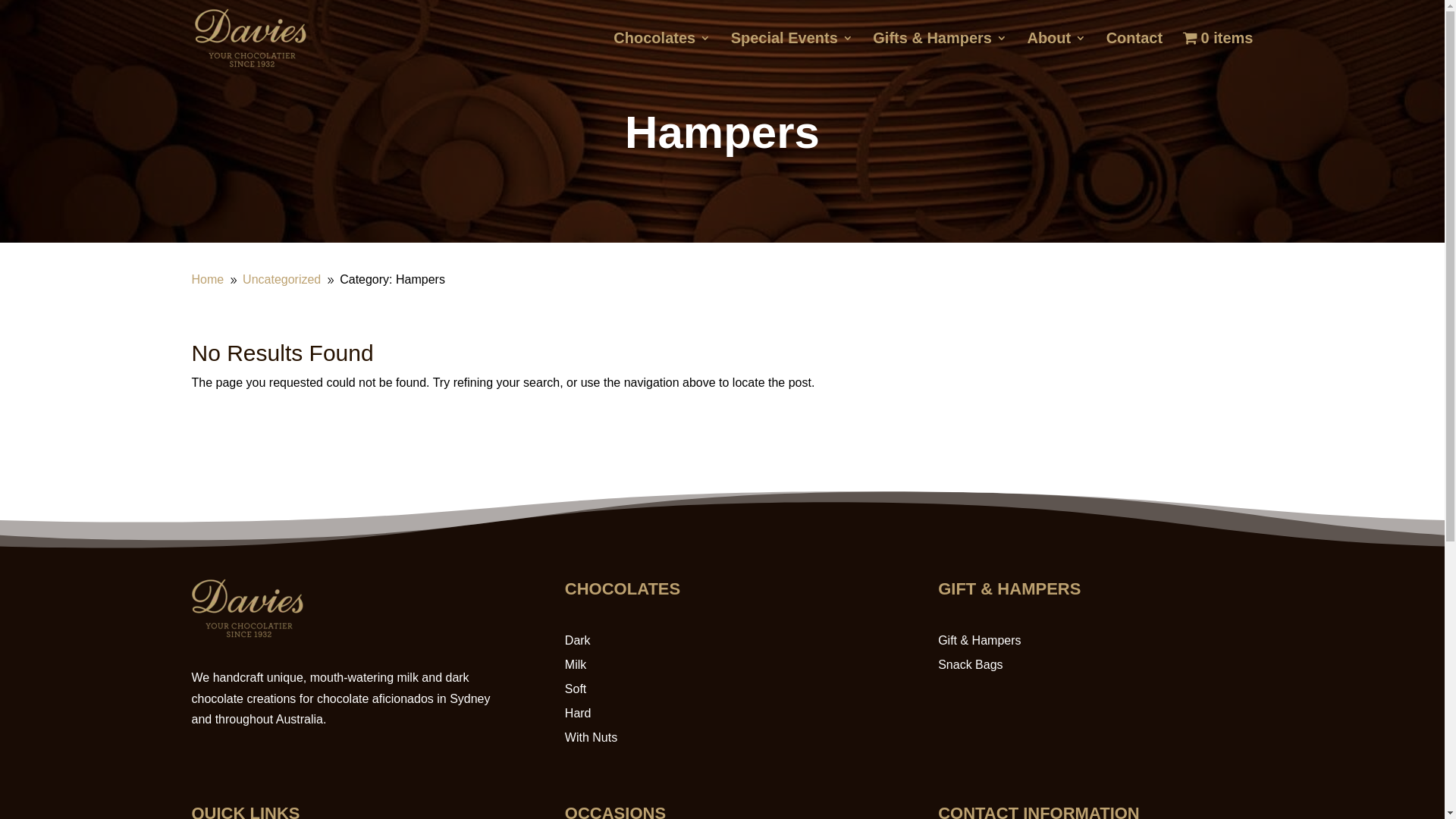 This screenshot has width=1456, height=819. Describe the element at coordinates (281, 279) in the screenshot. I see `'Uncategorized'` at that location.